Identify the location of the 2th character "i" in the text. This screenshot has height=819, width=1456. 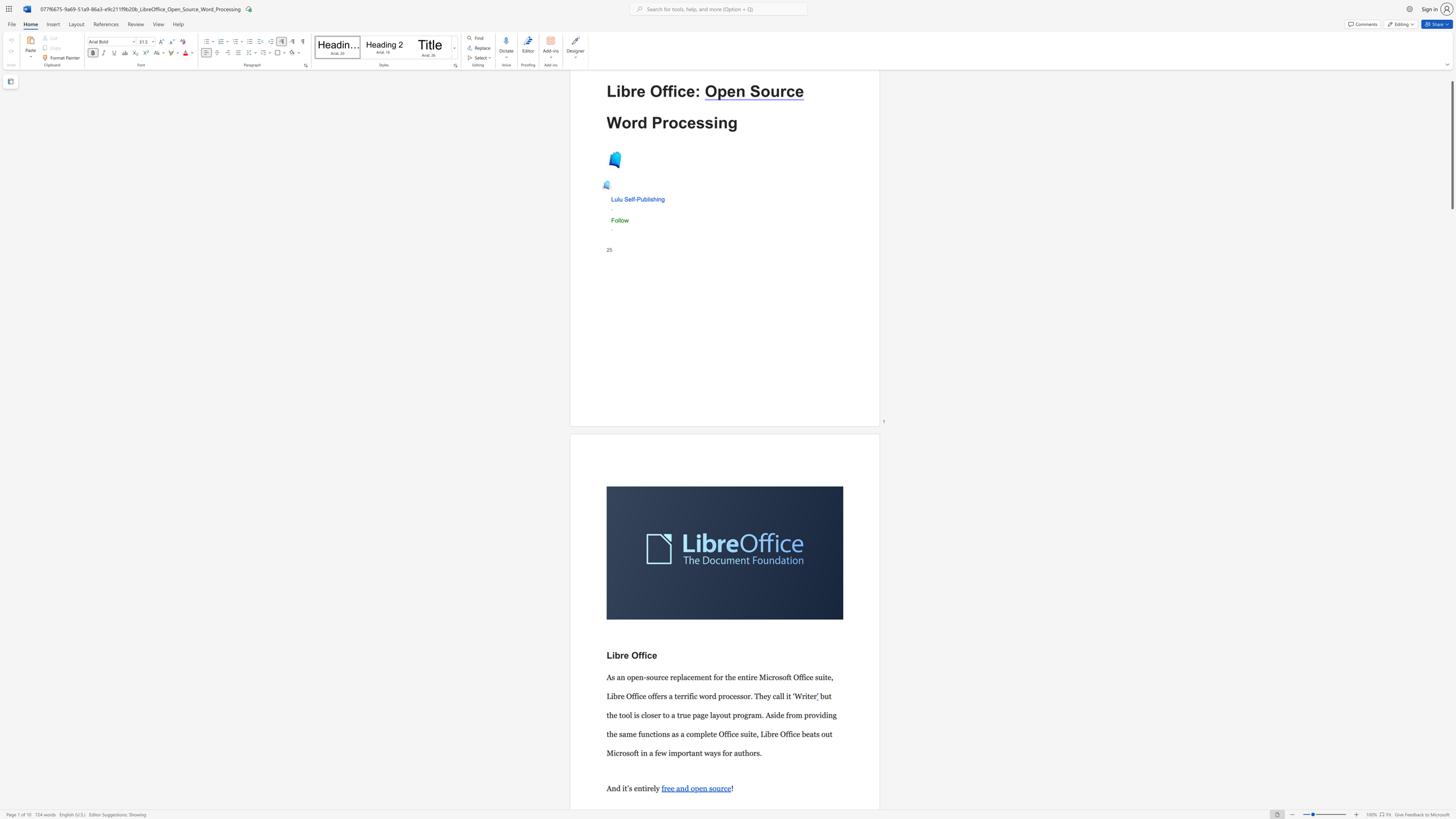
(656, 199).